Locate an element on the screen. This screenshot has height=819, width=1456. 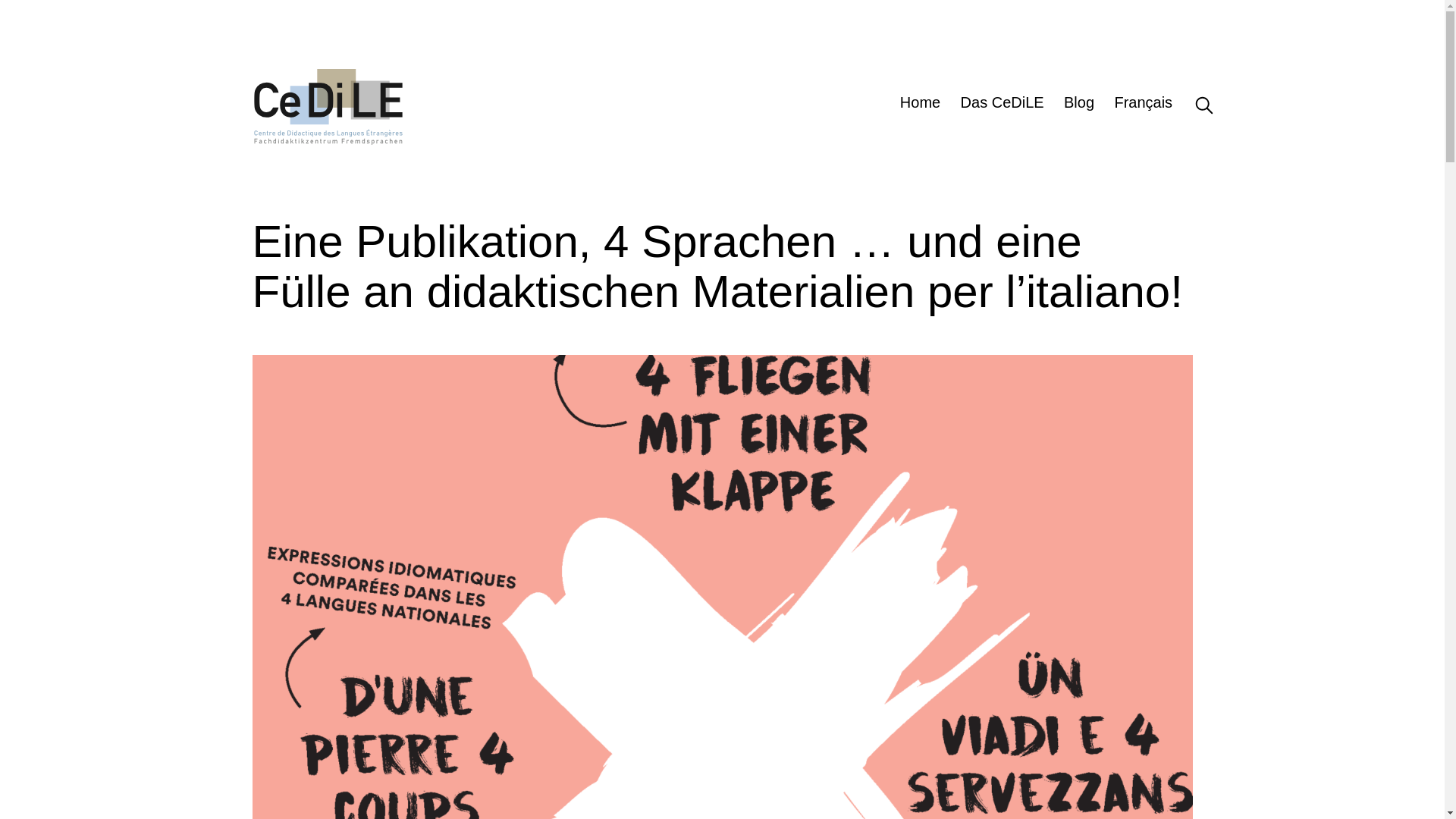
'Suche' is located at coordinates (1191, 104).